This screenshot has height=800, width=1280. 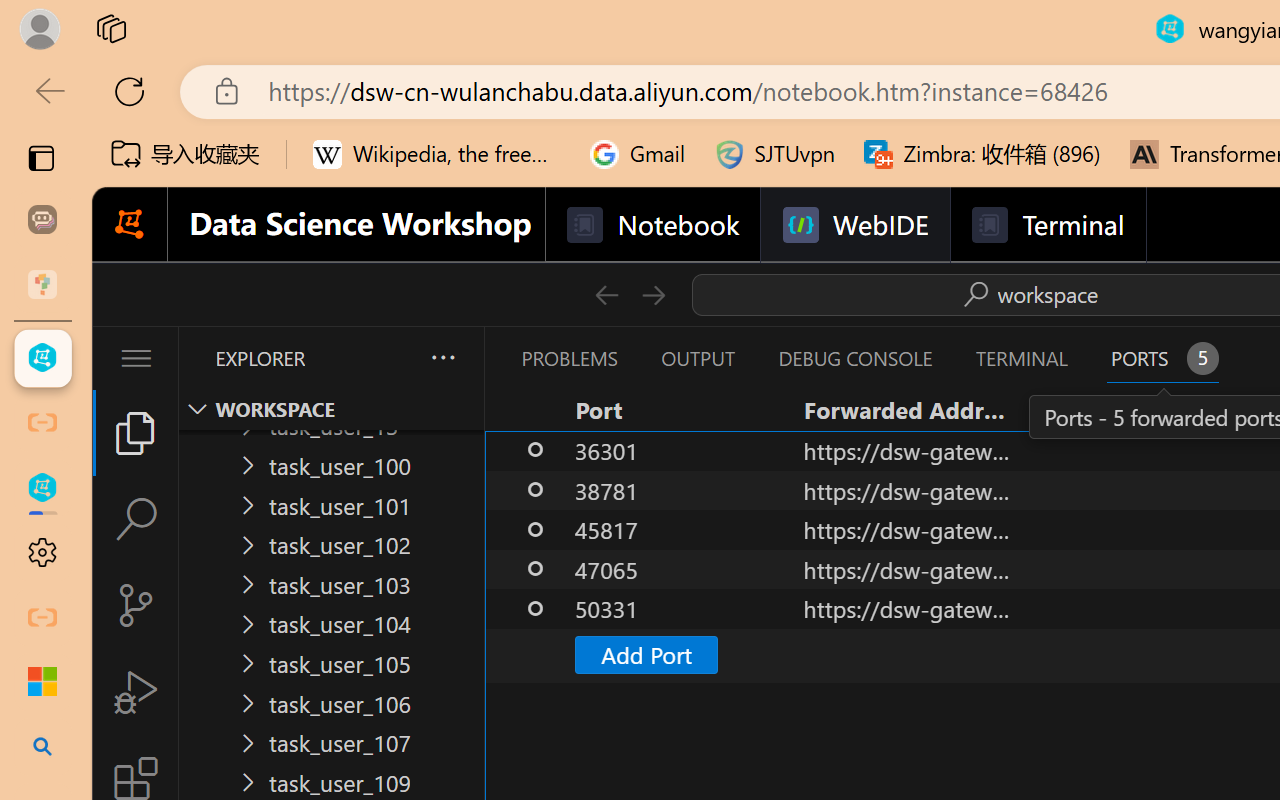 I want to click on 'Class: menubar compact overflow-menu-only', so click(x=134, y=358).